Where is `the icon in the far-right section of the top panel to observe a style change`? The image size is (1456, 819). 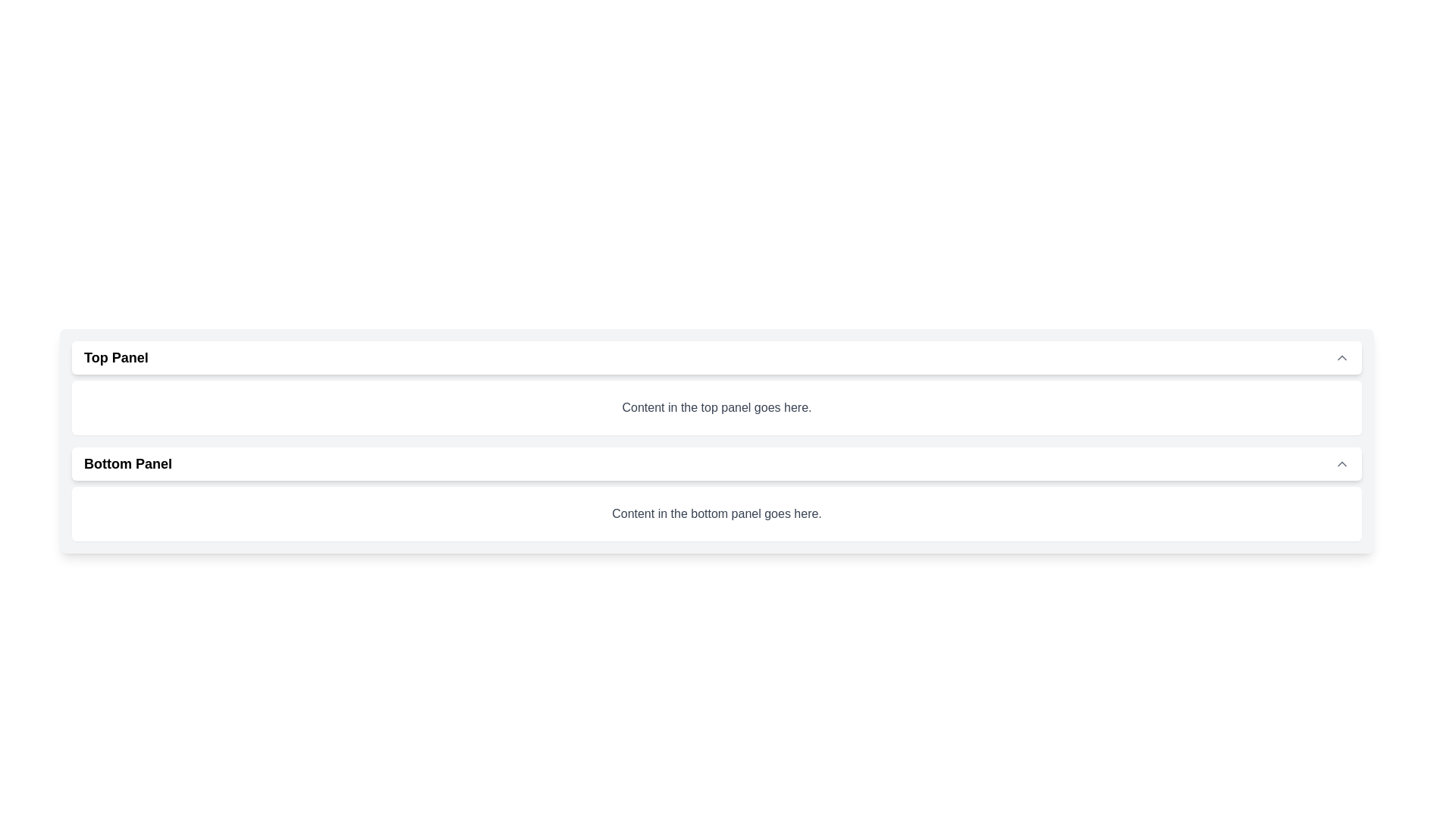 the icon in the far-right section of the top panel to observe a style change is located at coordinates (1342, 357).